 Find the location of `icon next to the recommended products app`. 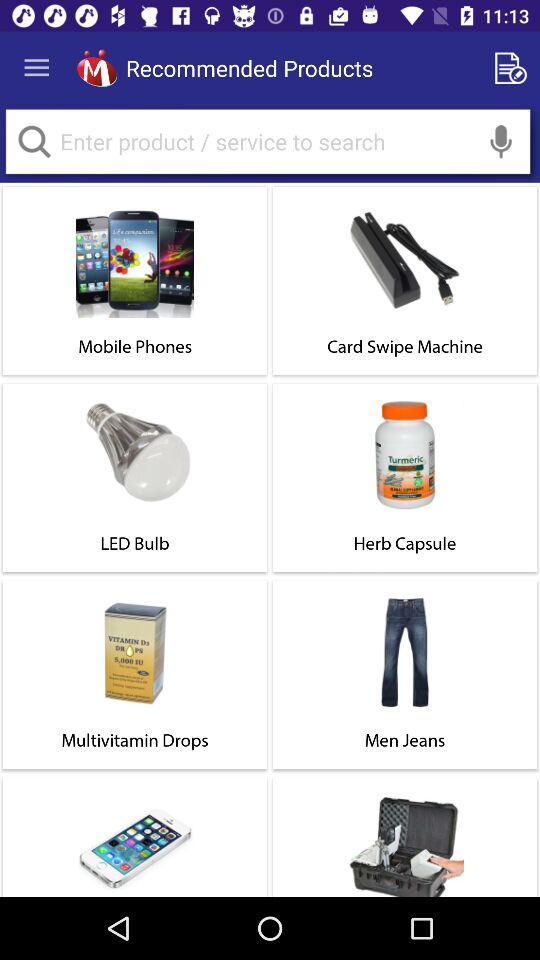

icon next to the recommended products app is located at coordinates (96, 68).